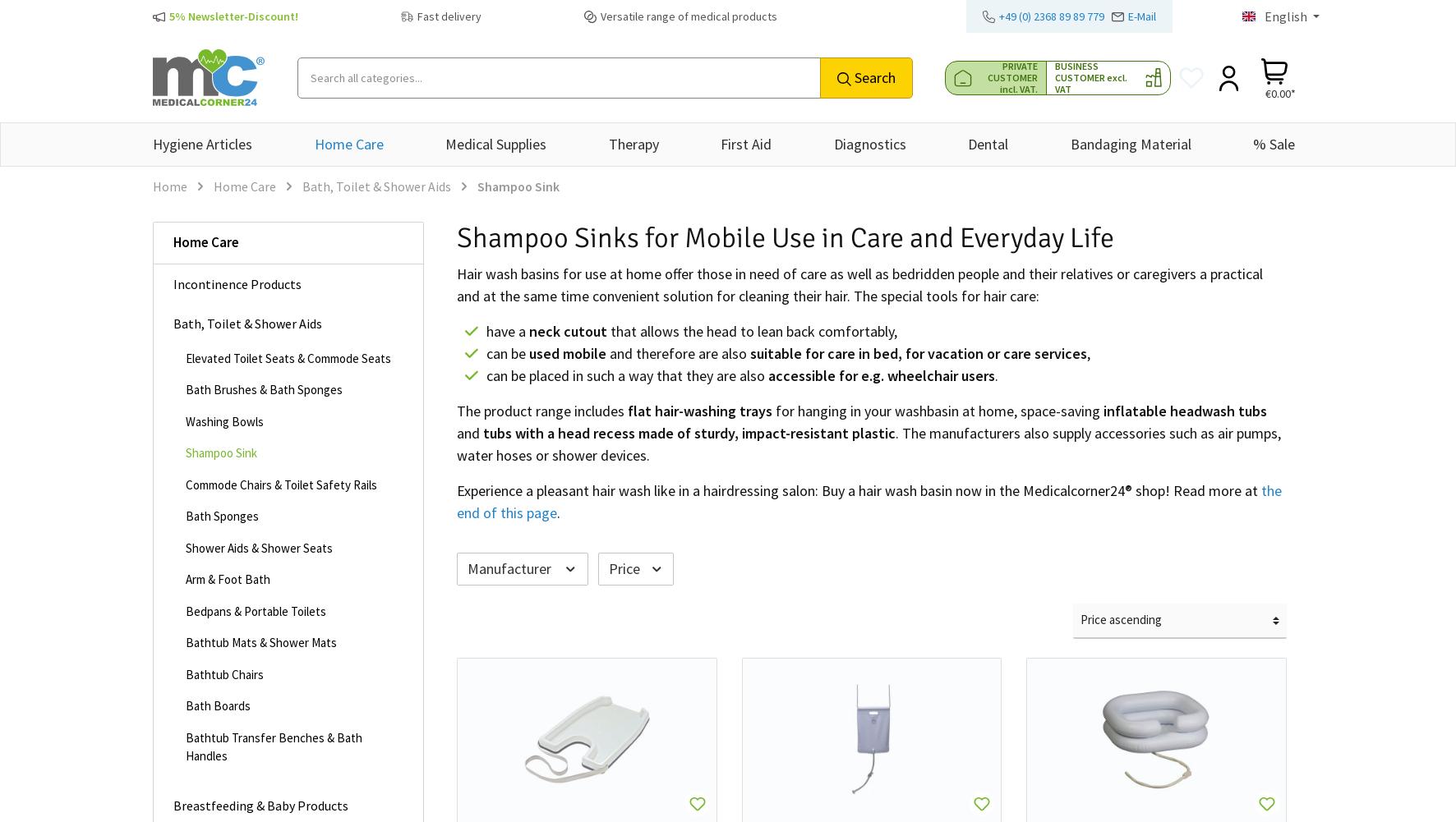  What do you see at coordinates (1274, 144) in the screenshot?
I see `'% Sale'` at bounding box center [1274, 144].